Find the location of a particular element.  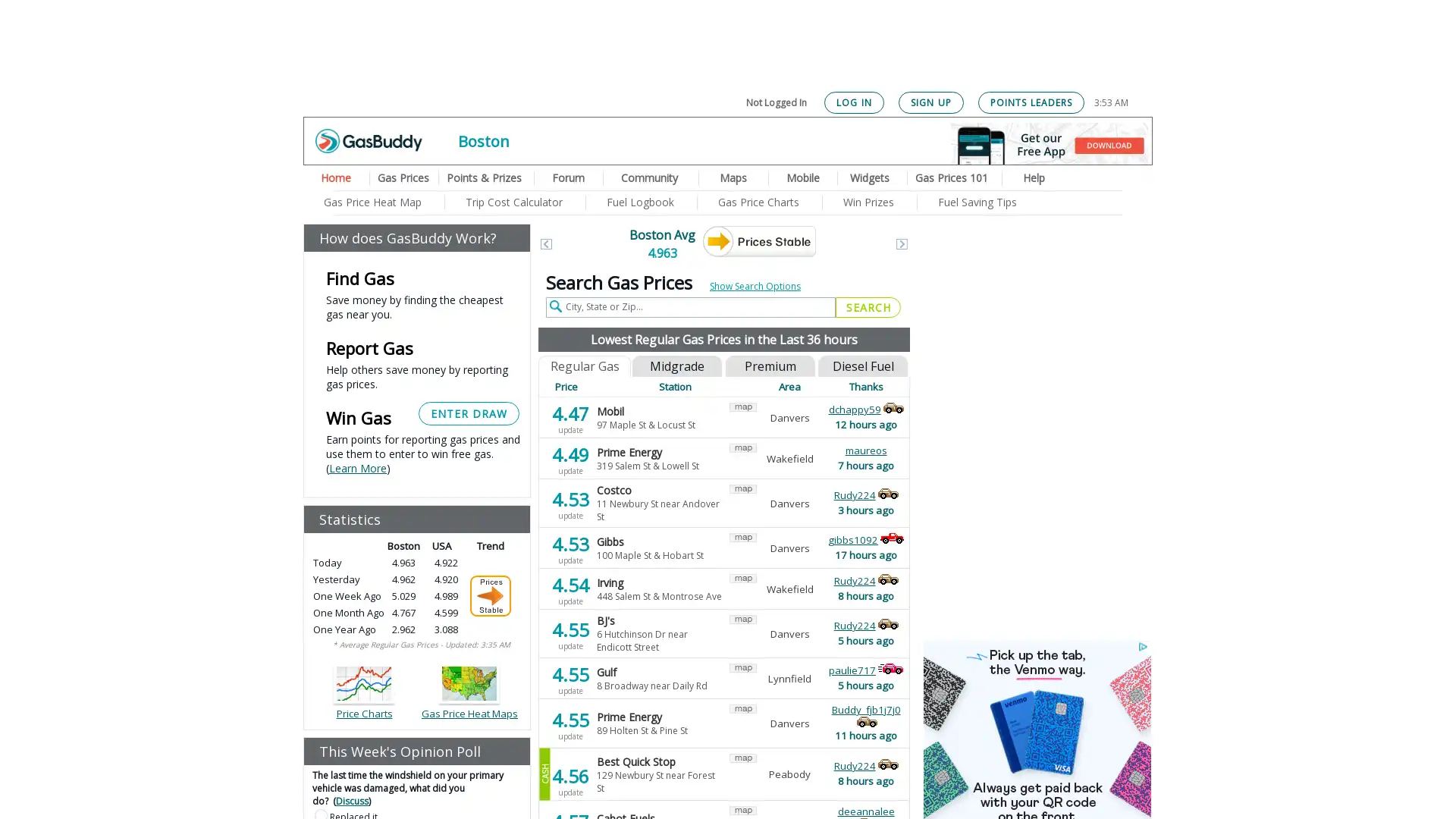

Search is located at coordinates (868, 307).